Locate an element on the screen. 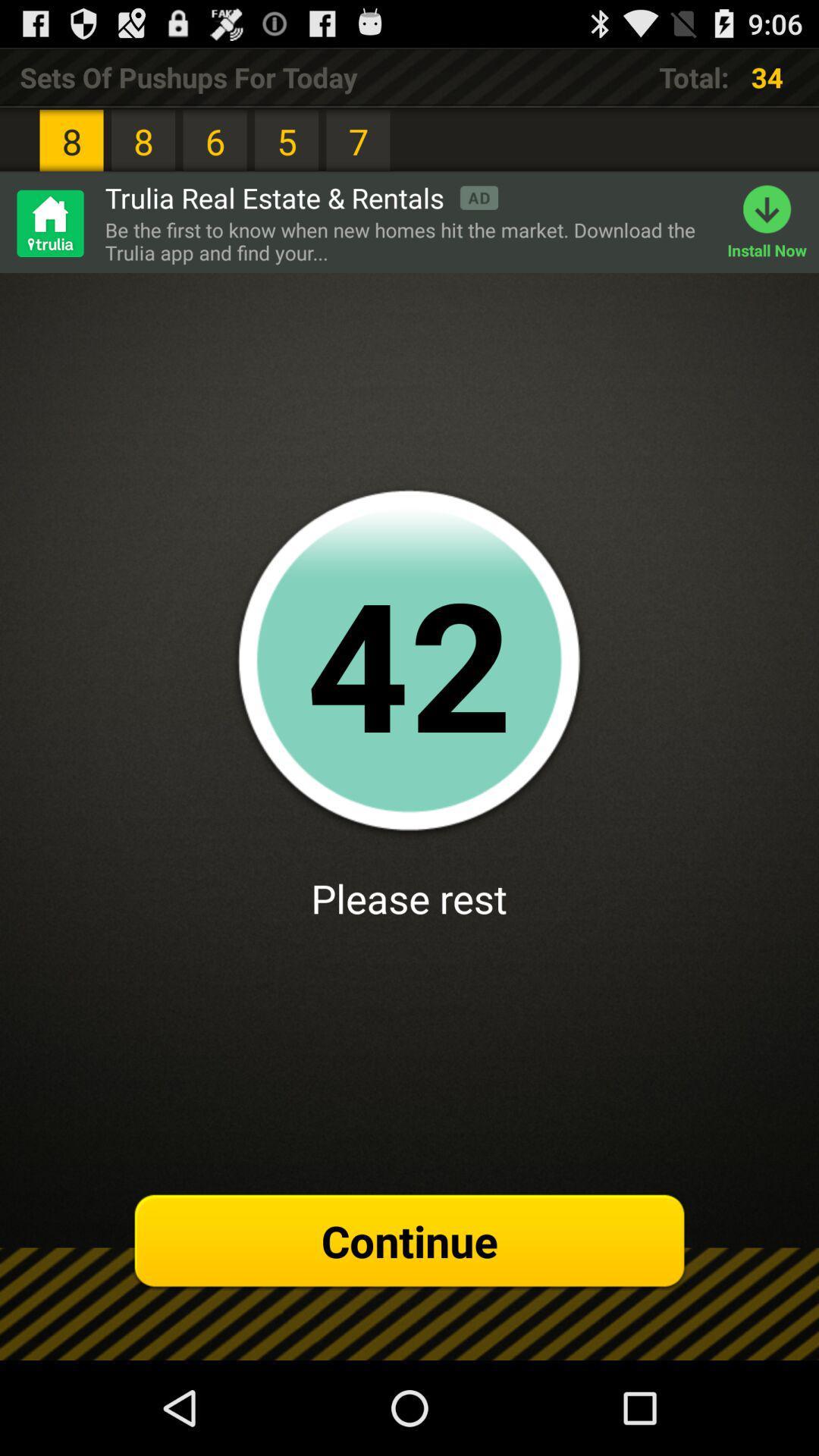  the icon next to the install now app is located at coordinates (407, 240).